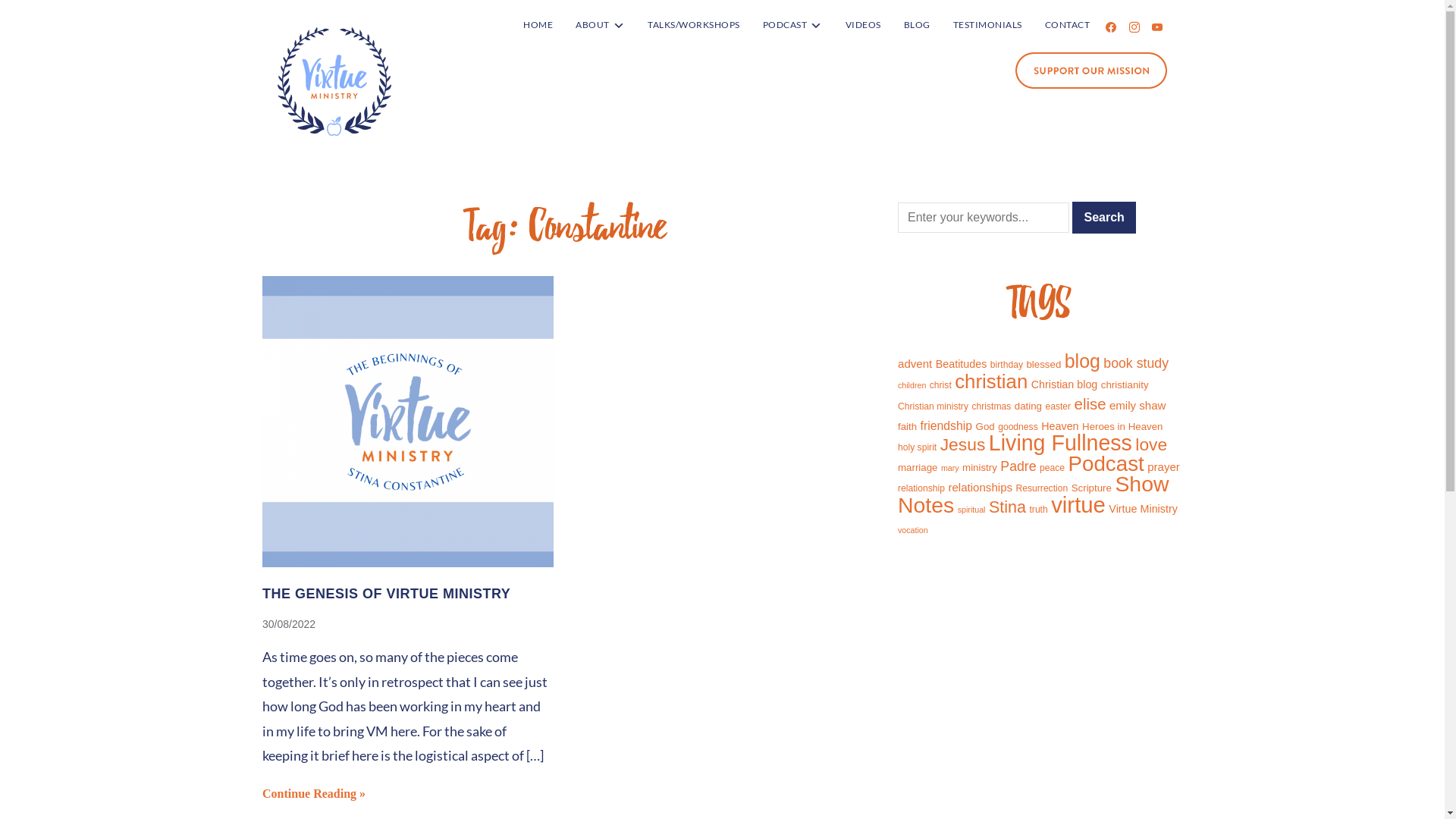 The height and width of the screenshot is (819, 1456). Describe the element at coordinates (1133, 26) in the screenshot. I see `'instagram'` at that location.